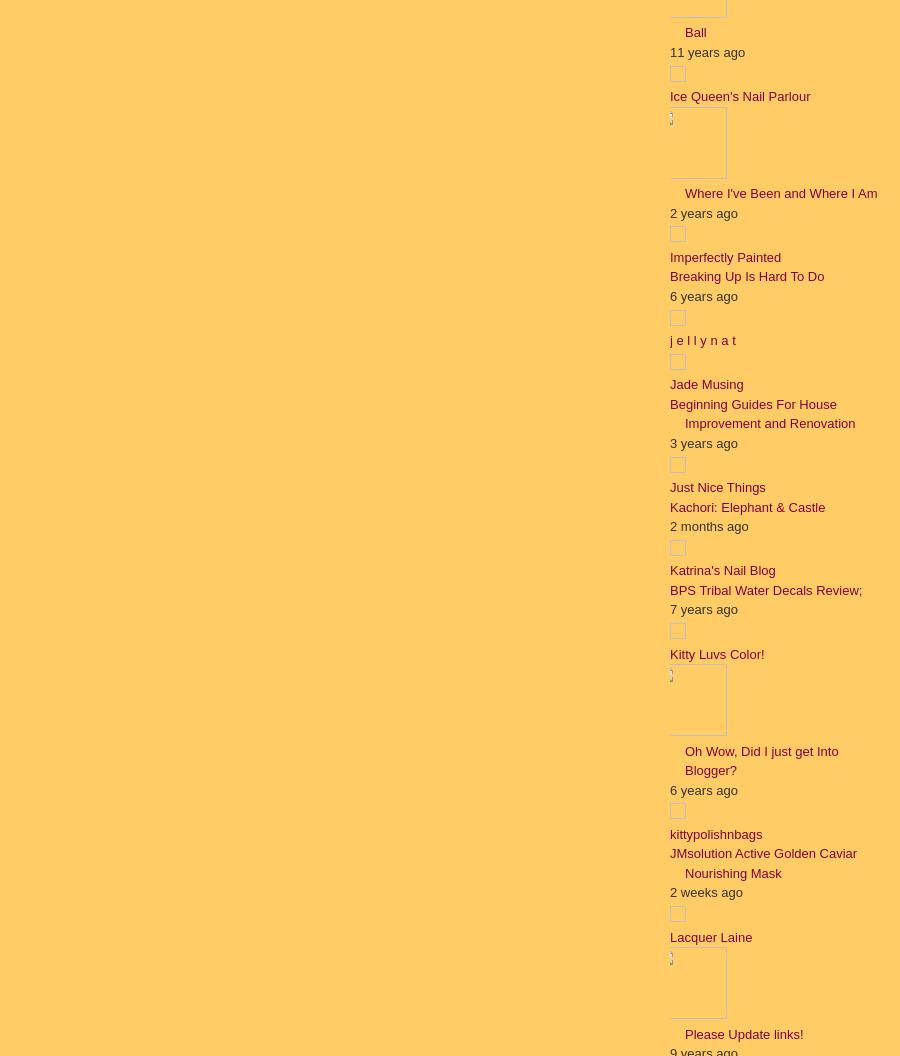  Describe the element at coordinates (702, 442) in the screenshot. I see `'3 years ago'` at that location.